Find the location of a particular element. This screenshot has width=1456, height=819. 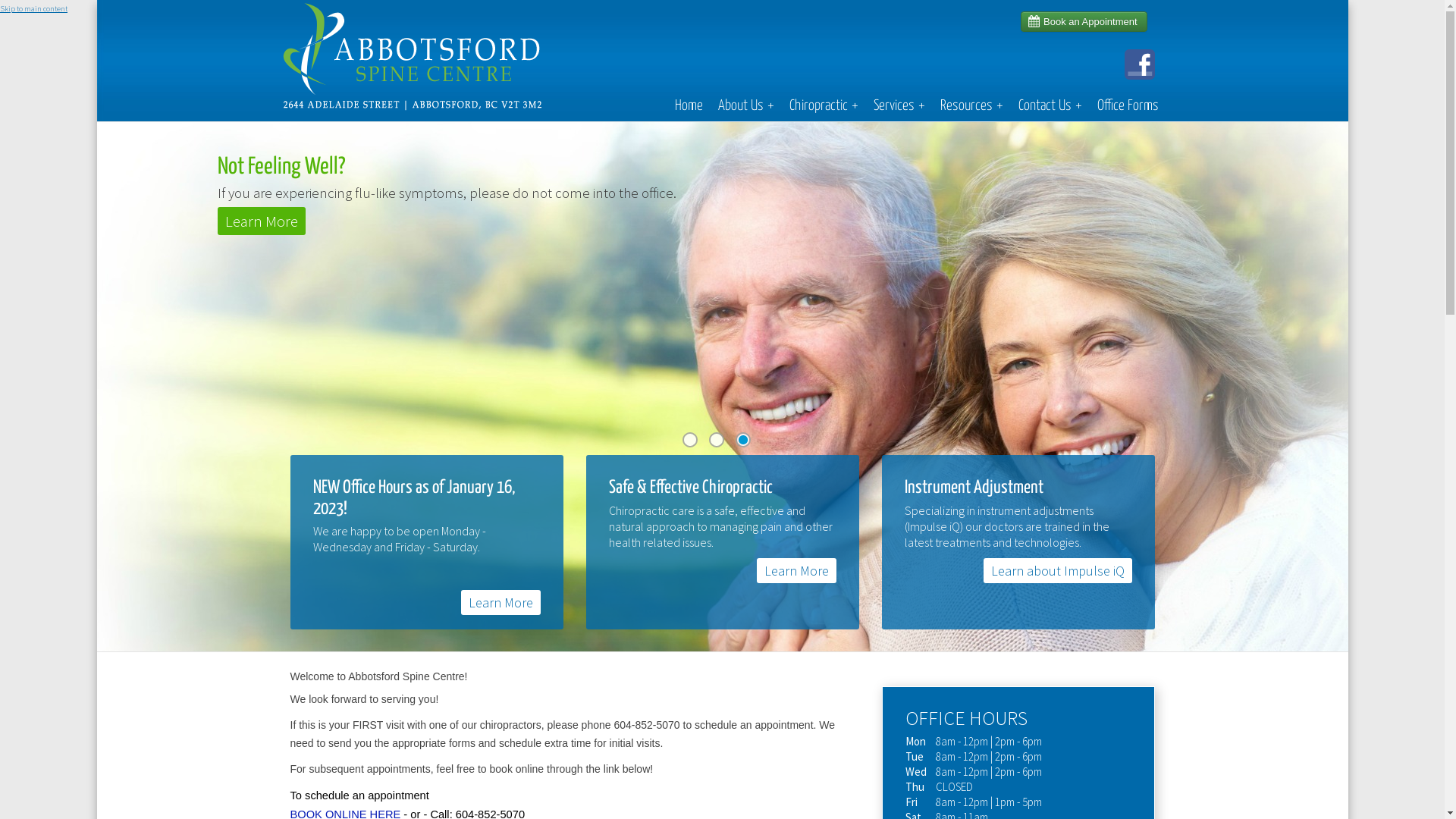

'Learn More' is located at coordinates (500, 601).